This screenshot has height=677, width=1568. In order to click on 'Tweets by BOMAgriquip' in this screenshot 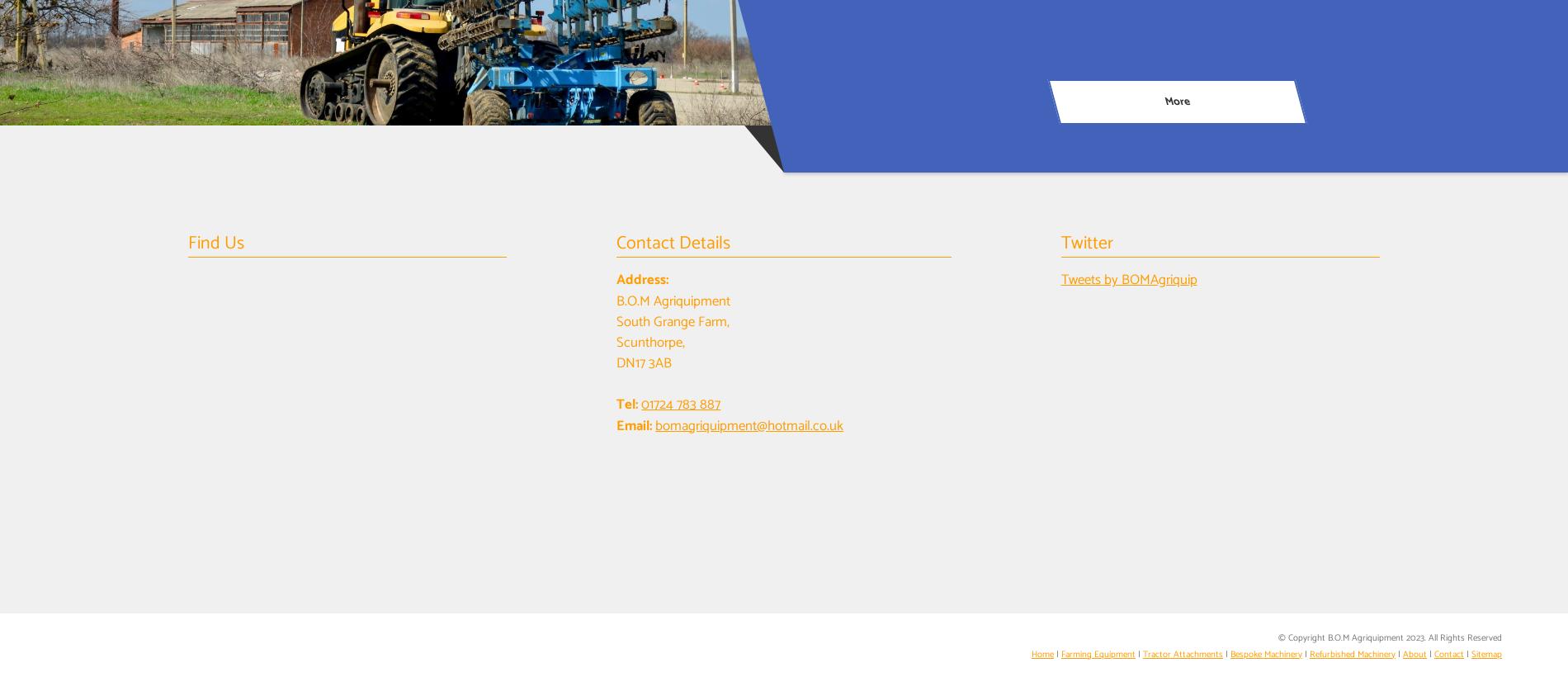, I will do `click(1127, 279)`.